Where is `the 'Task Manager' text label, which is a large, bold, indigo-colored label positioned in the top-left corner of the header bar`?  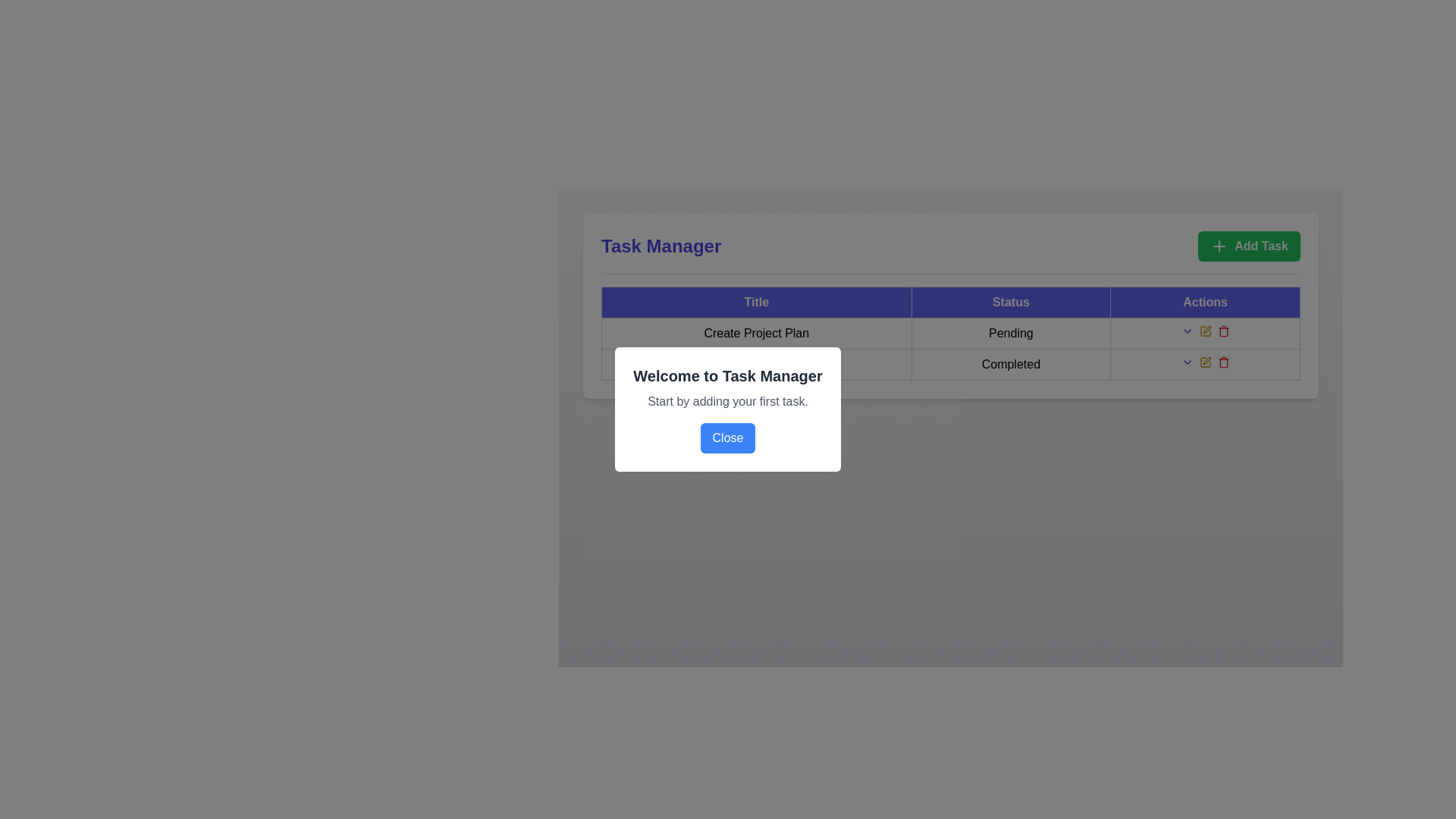 the 'Task Manager' text label, which is a large, bold, indigo-colored label positioned in the top-left corner of the header bar is located at coordinates (661, 245).